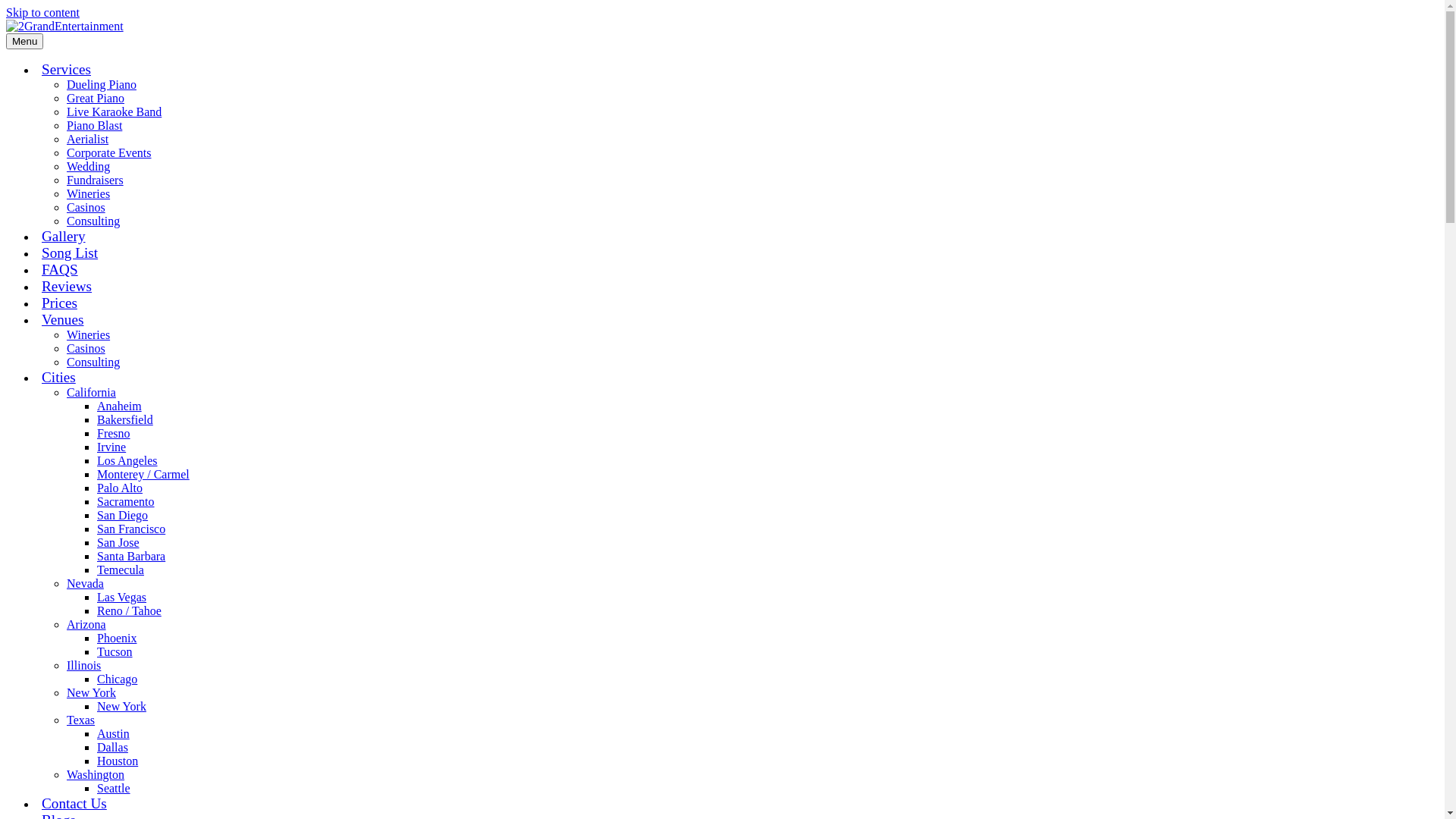 The height and width of the screenshot is (819, 1456). Describe the element at coordinates (127, 460) in the screenshot. I see `'Los Angeles'` at that location.